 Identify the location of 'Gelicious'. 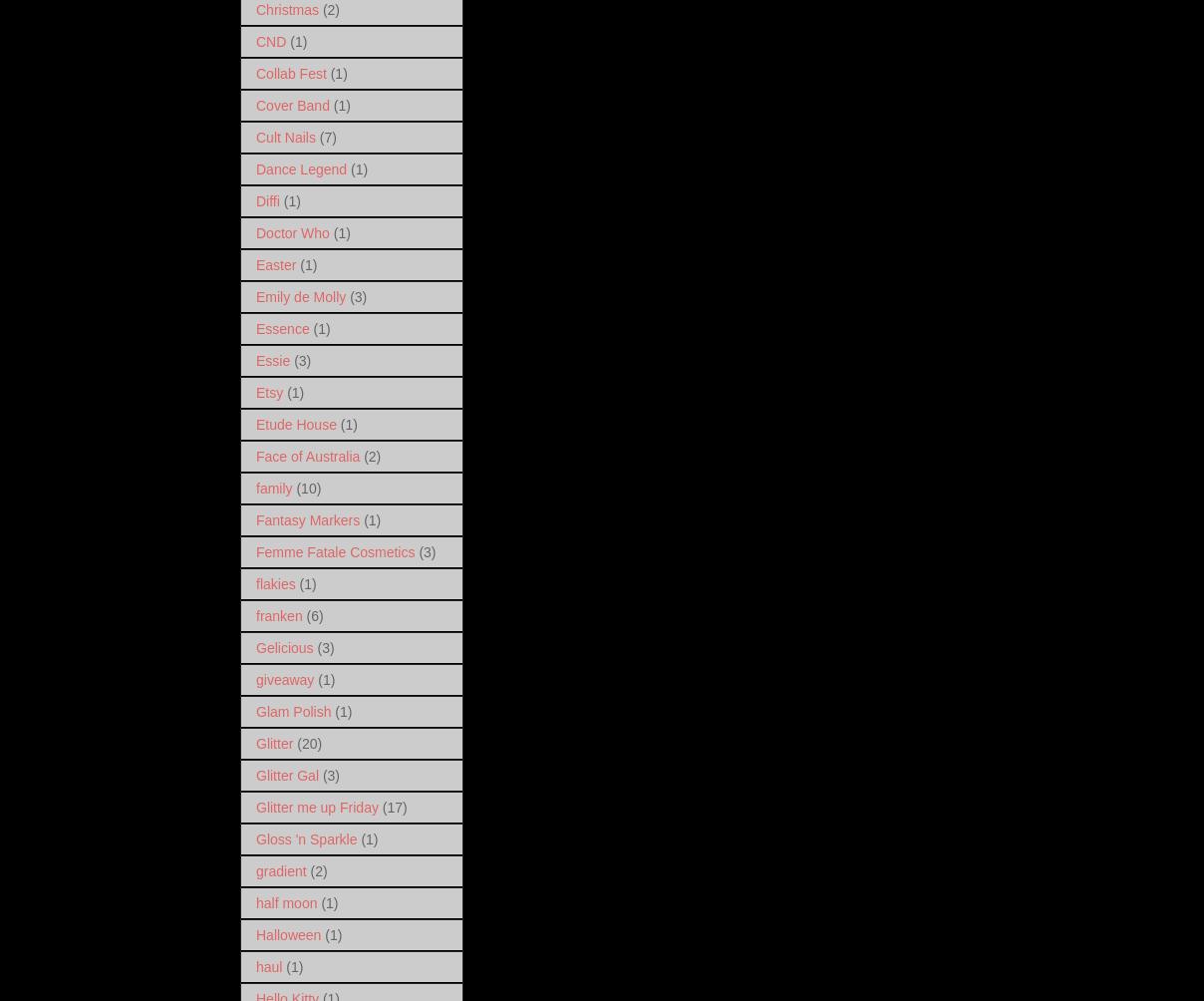
(255, 645).